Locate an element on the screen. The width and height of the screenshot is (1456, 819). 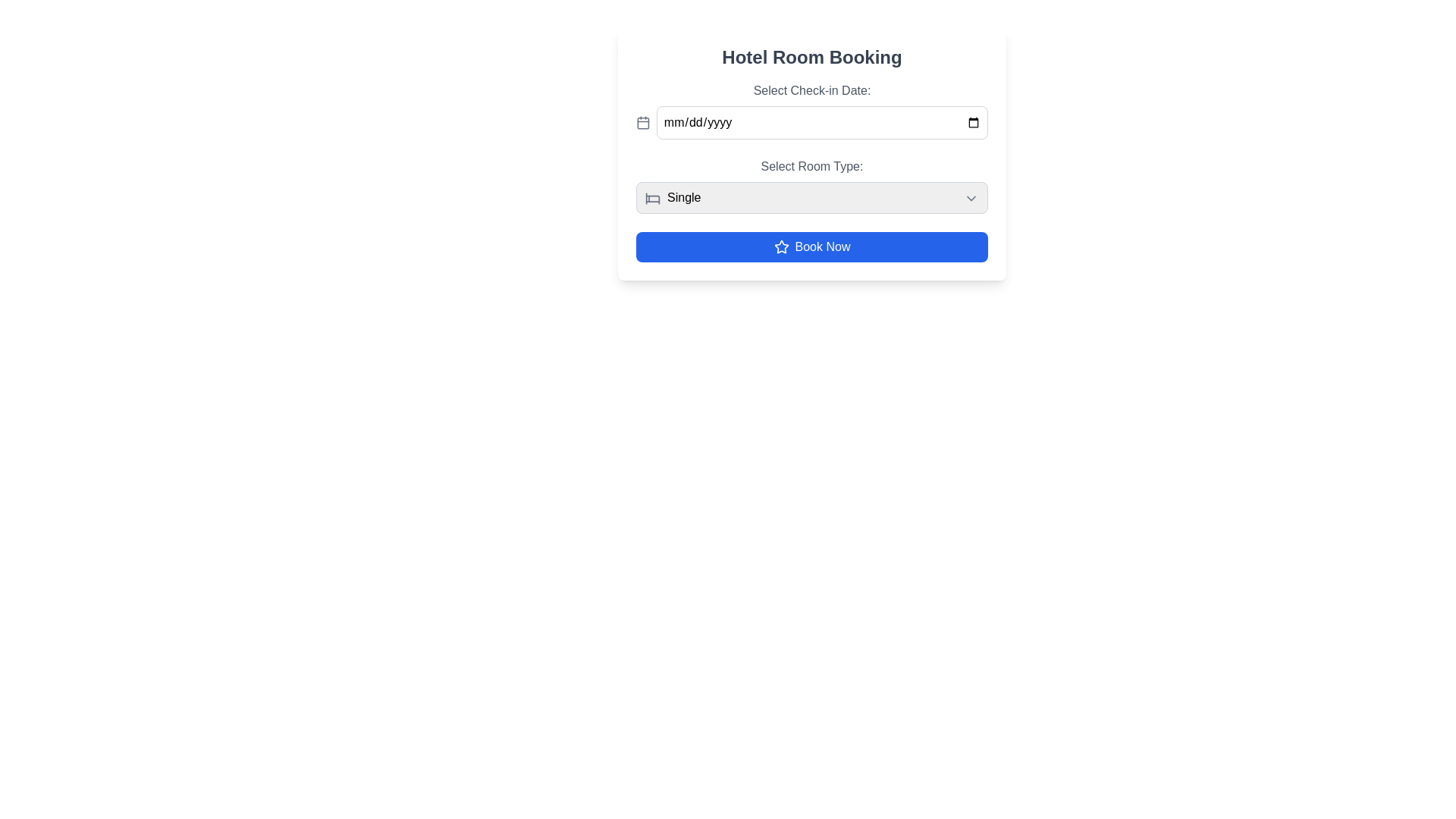
the leftmost room type icon representing a room or bed, which precedes the label 'Single' in the selection menu is located at coordinates (652, 198).